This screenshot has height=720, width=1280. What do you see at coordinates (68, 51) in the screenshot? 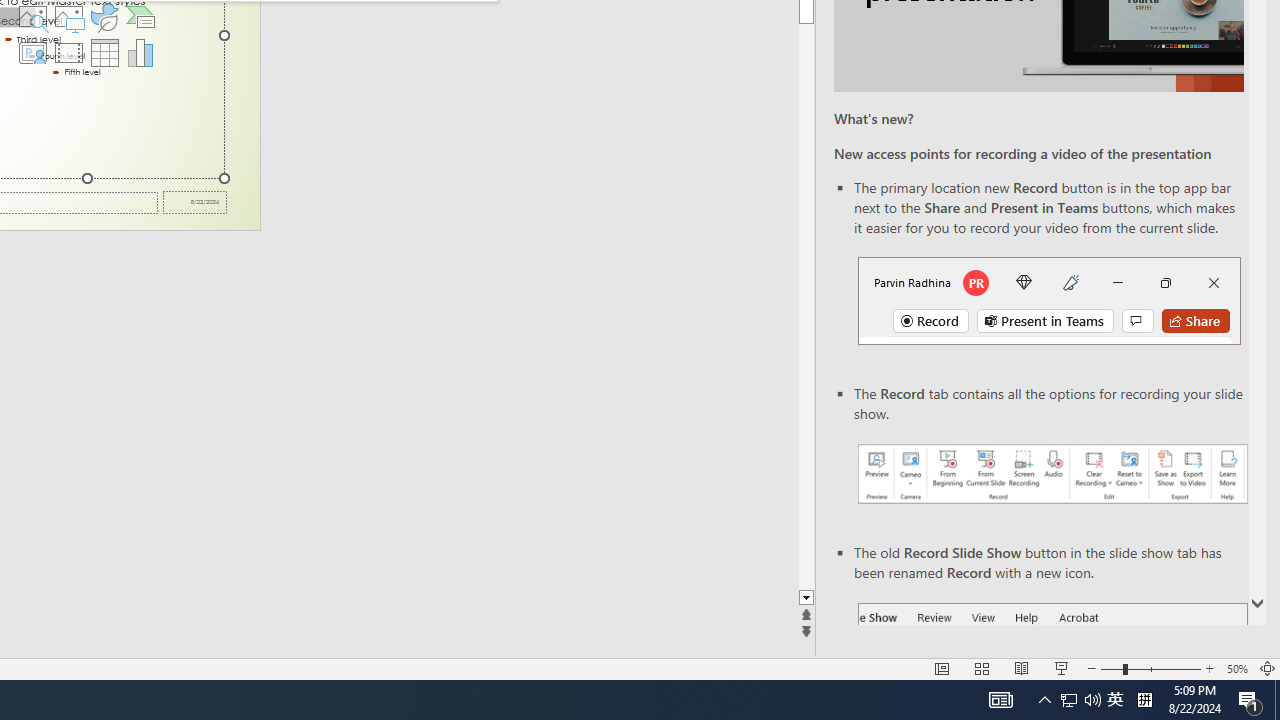
I see `'Insert Video'` at bounding box center [68, 51].